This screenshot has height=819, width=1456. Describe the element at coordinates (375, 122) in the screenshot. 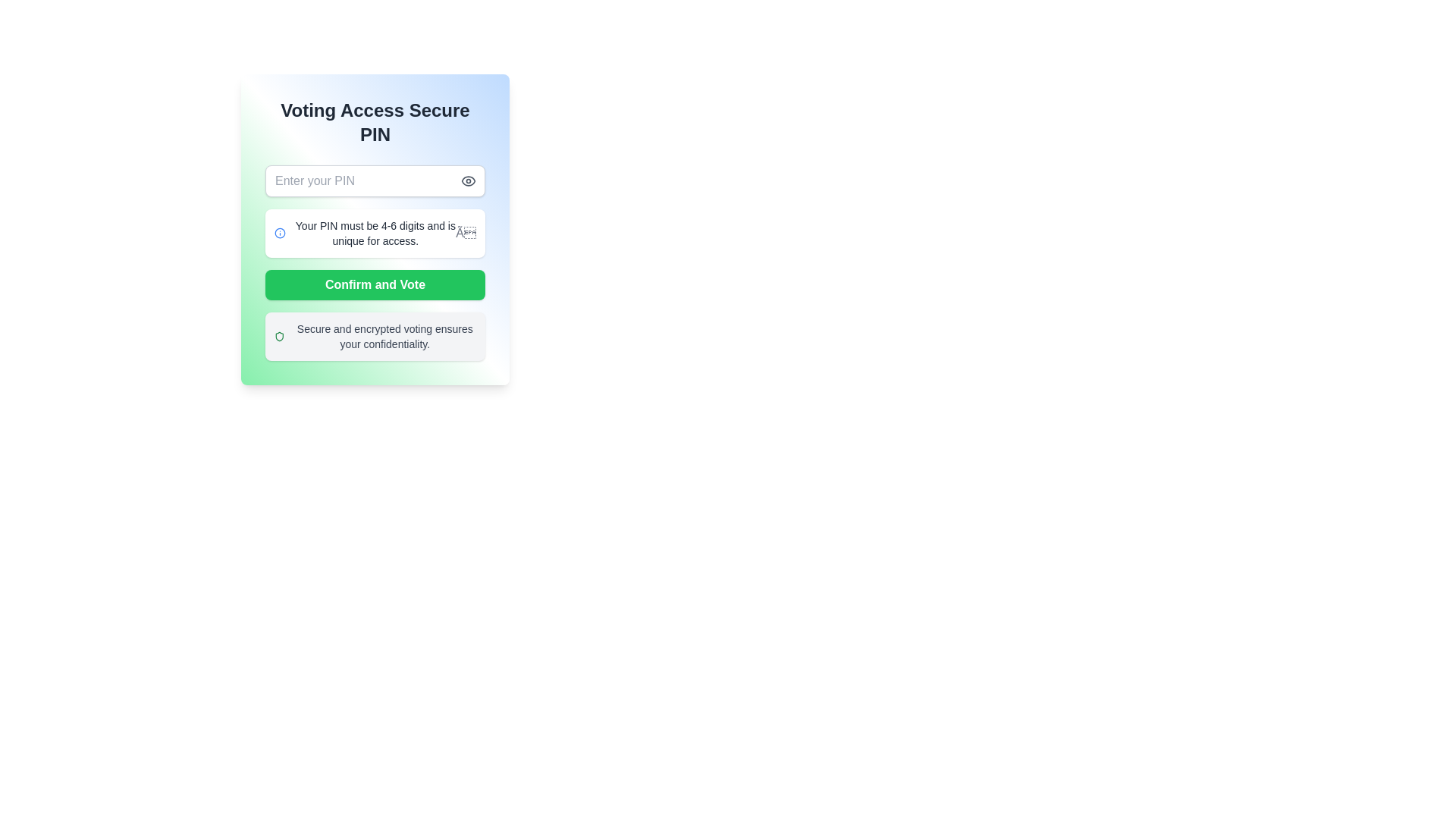

I see `heading element that displays 'Voting Access Secure PIN', which is a bold and large text centered in a light gradient background` at that location.